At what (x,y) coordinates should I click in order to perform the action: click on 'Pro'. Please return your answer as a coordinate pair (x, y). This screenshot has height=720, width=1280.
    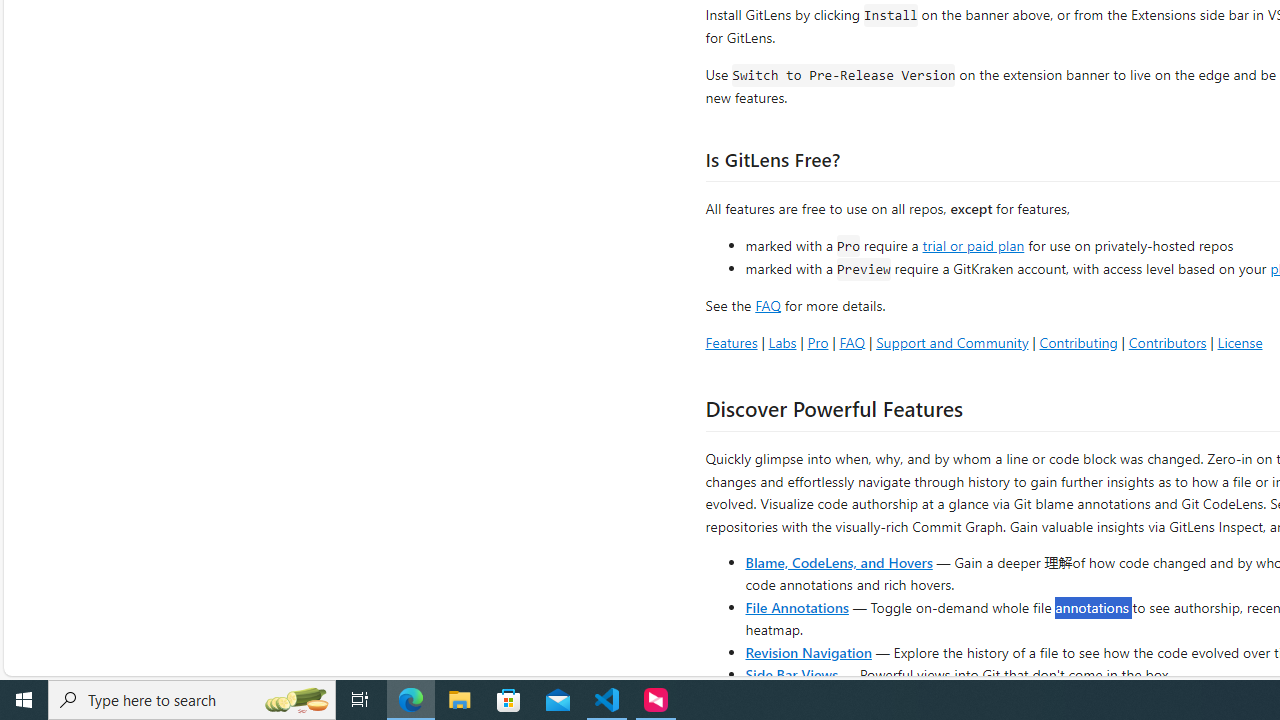
    Looking at the image, I should click on (817, 341).